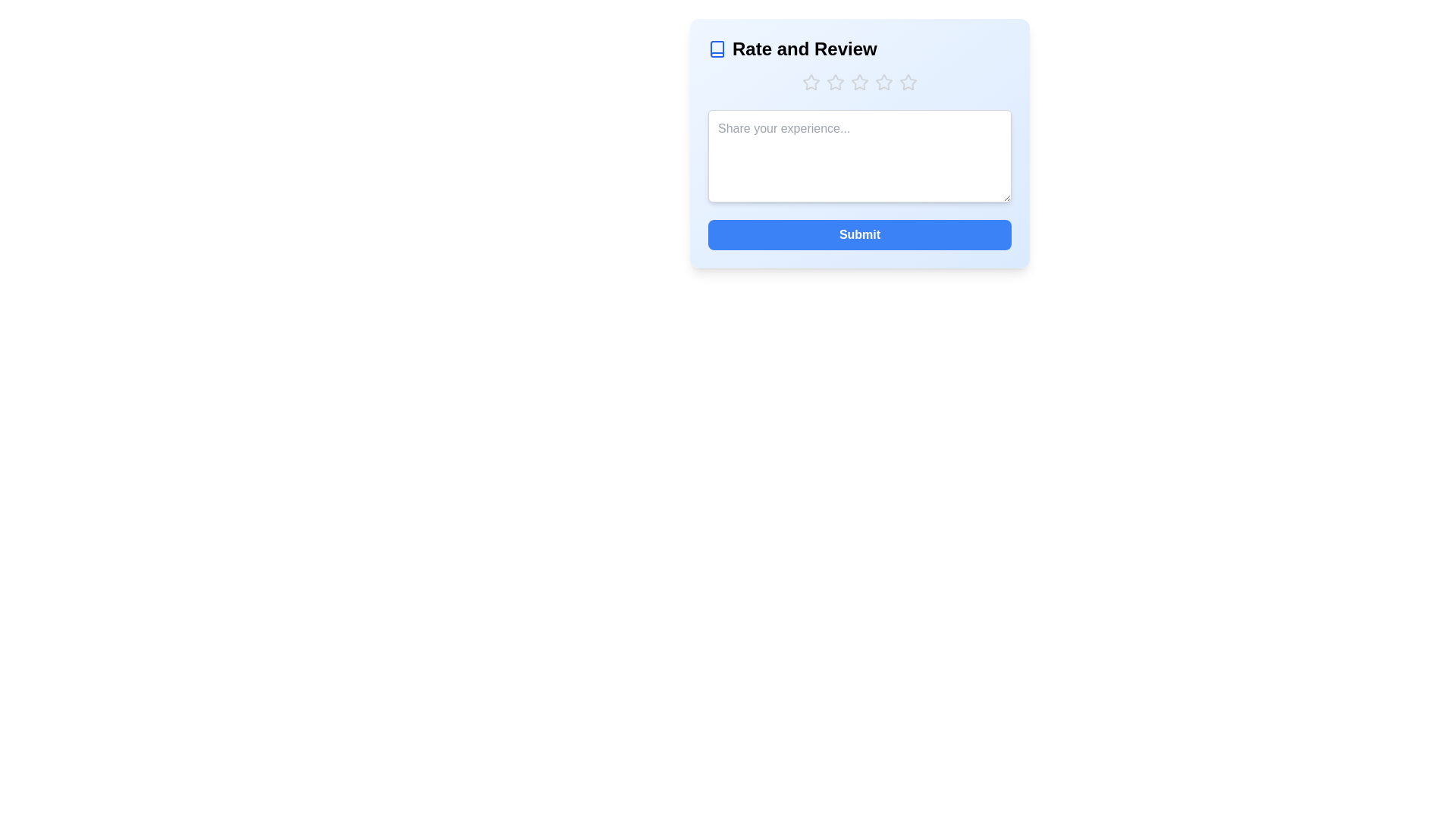 The image size is (1456, 819). I want to click on the submit button, so click(859, 234).